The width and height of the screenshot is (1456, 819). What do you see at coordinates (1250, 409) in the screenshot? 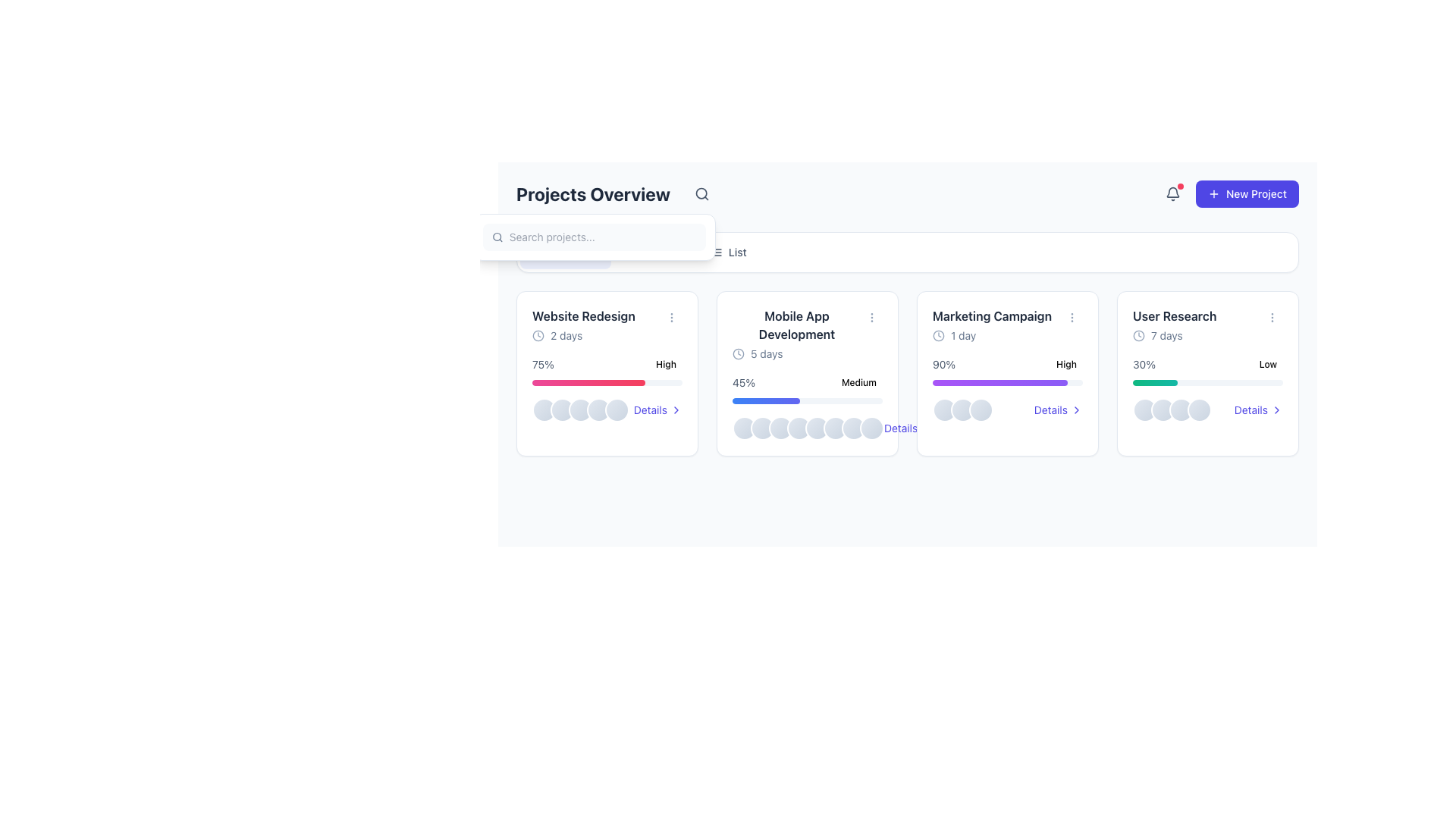
I see `the 'Details' text link with the indigo-colored text and right-chevron icon located at the bottom-right corner of the 'User Research' project card` at bounding box center [1250, 409].